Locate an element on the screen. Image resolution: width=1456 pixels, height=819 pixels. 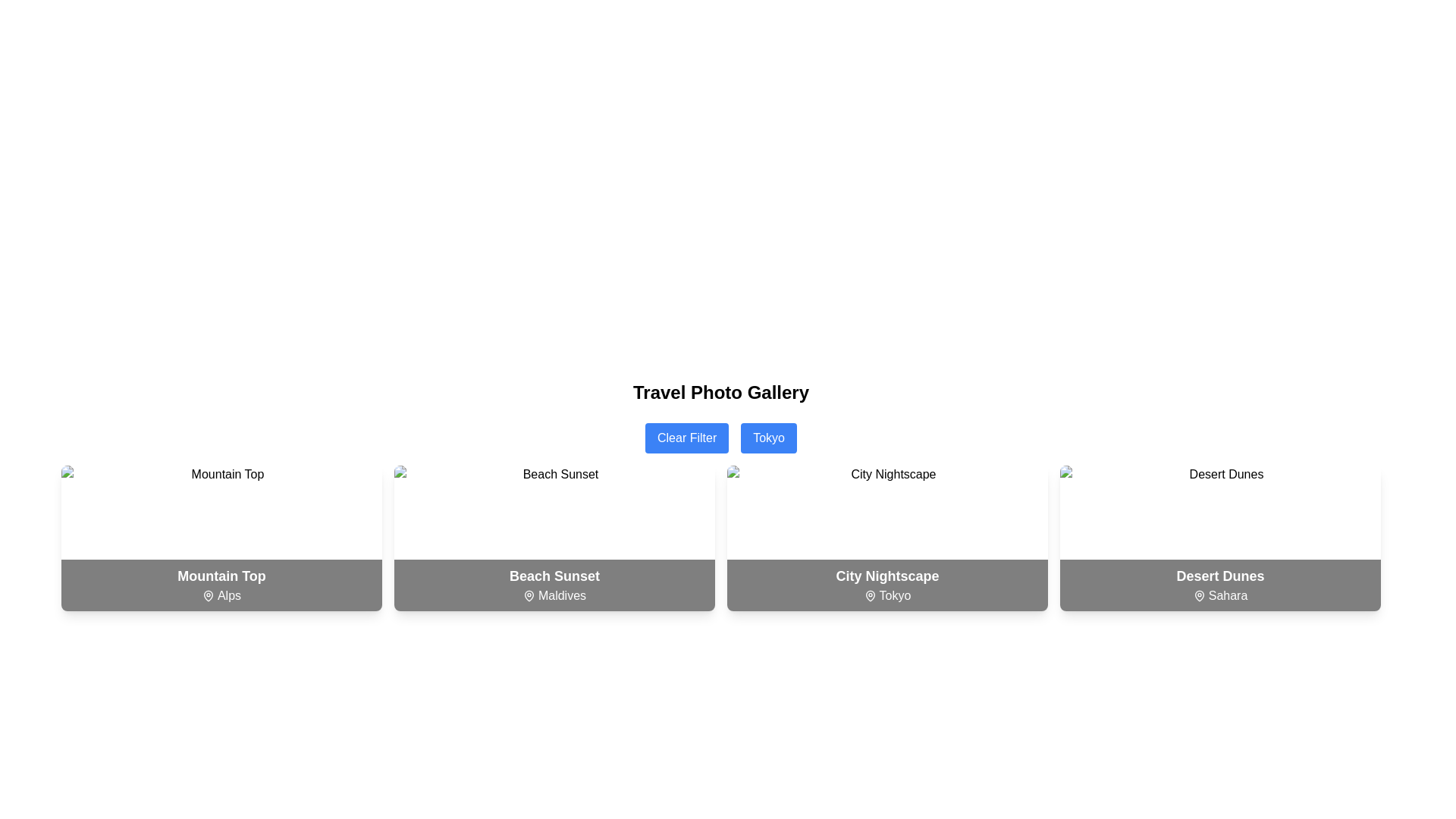
the travel destination card, which is the third card in the grid layout, positioned between 'Beach Sunset' and 'Desert Dunes', for selection or interaction is located at coordinates (887, 537).